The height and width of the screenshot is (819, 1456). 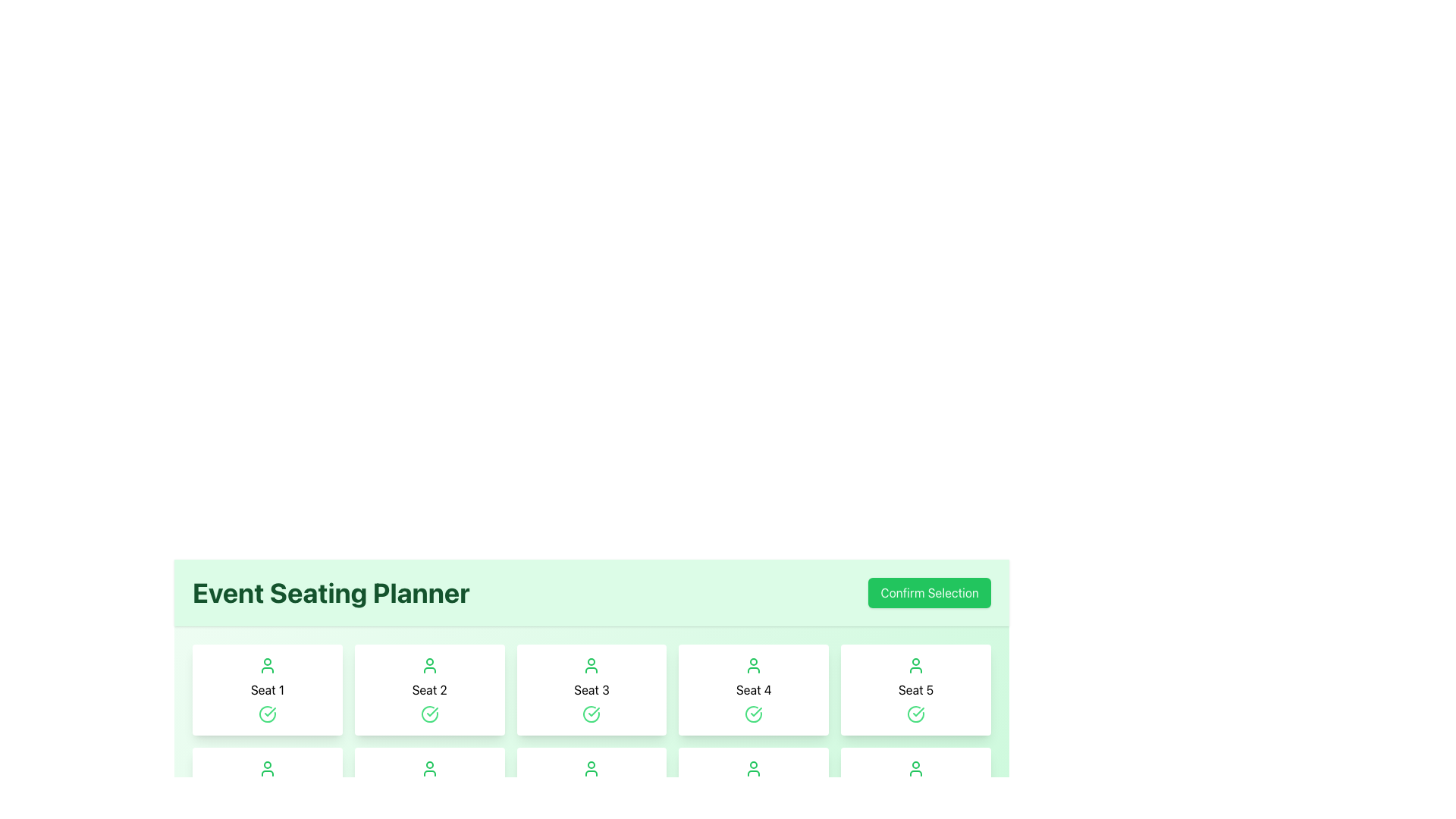 What do you see at coordinates (267, 714) in the screenshot?
I see `the icon representing the selected seating option with a green check mark, located within the 'Seat 1' card` at bounding box center [267, 714].